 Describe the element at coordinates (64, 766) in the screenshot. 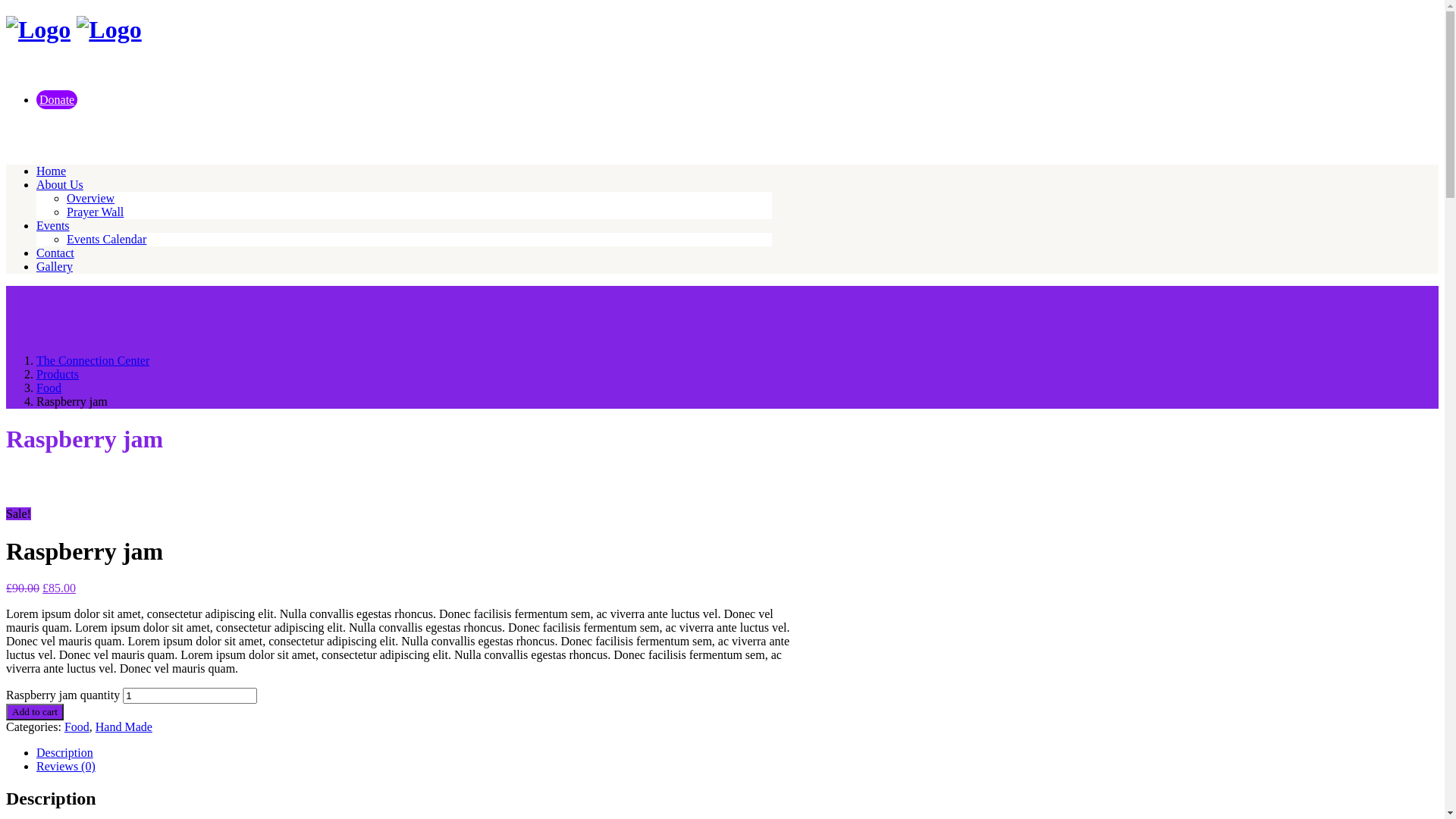

I see `'Reviews (0)'` at that location.